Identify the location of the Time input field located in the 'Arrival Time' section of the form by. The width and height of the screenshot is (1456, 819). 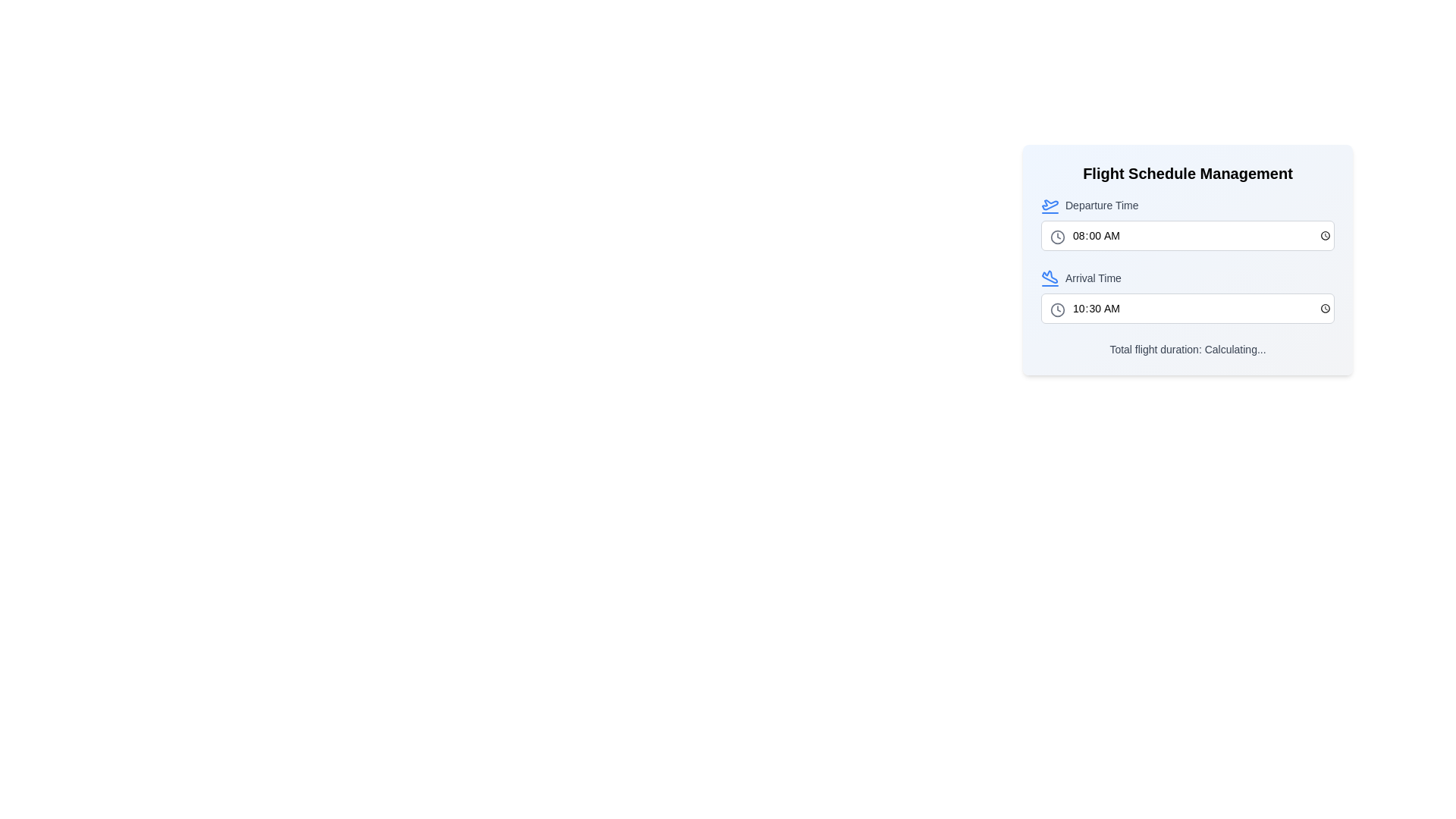
(1187, 308).